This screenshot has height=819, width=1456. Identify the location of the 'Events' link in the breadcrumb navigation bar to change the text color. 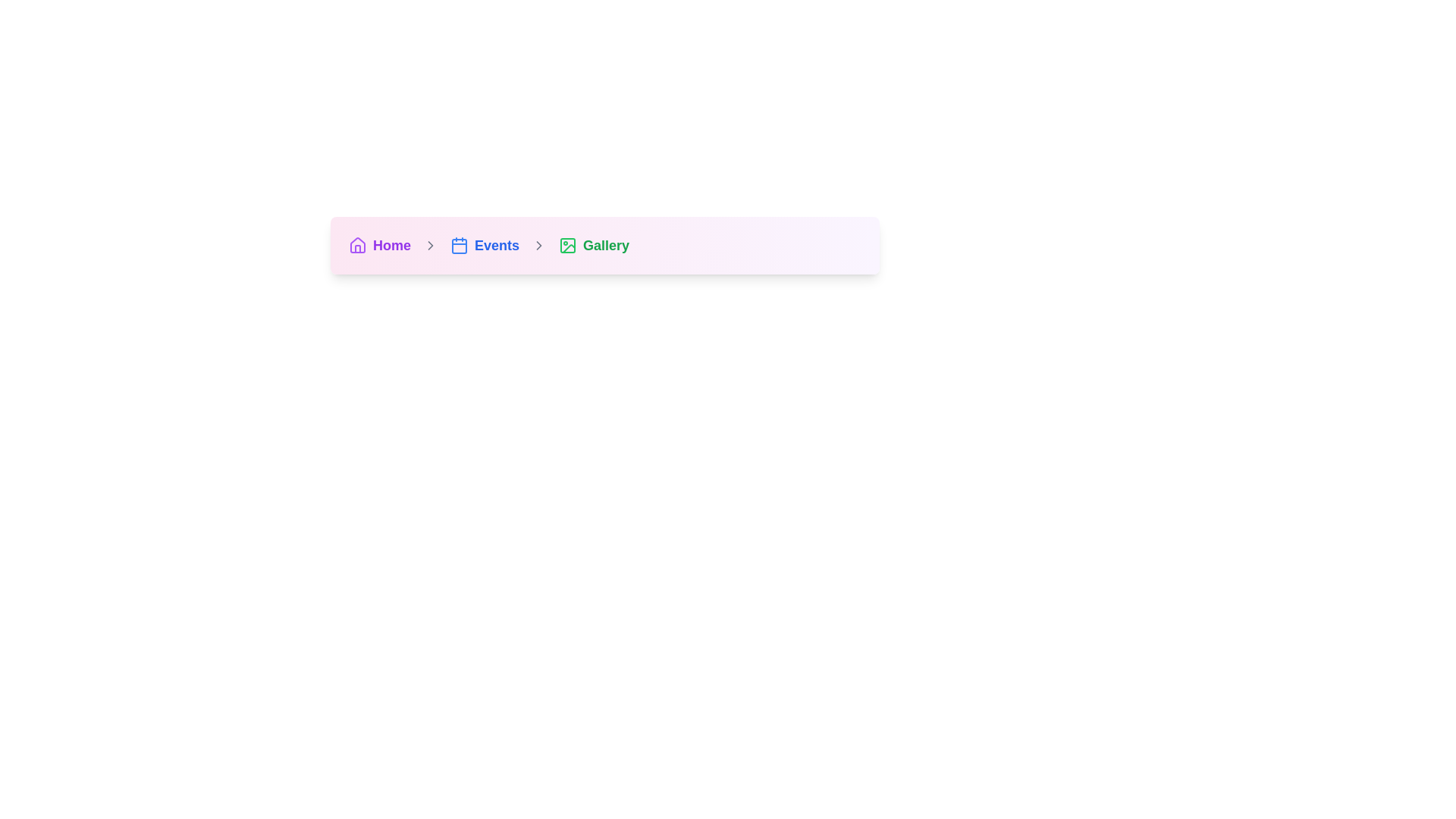
(497, 245).